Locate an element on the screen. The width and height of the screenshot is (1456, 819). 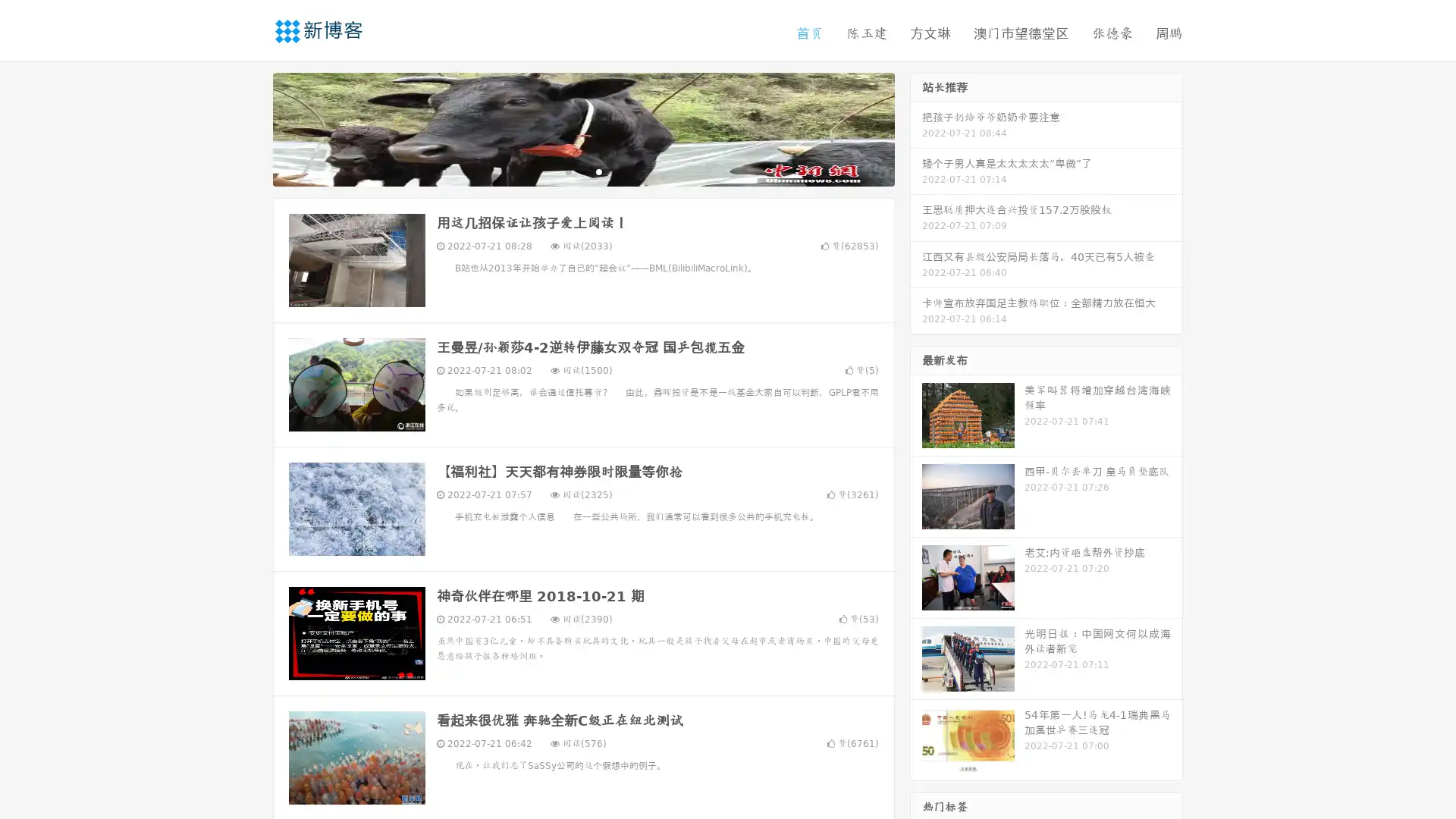
Previous slide is located at coordinates (250, 127).